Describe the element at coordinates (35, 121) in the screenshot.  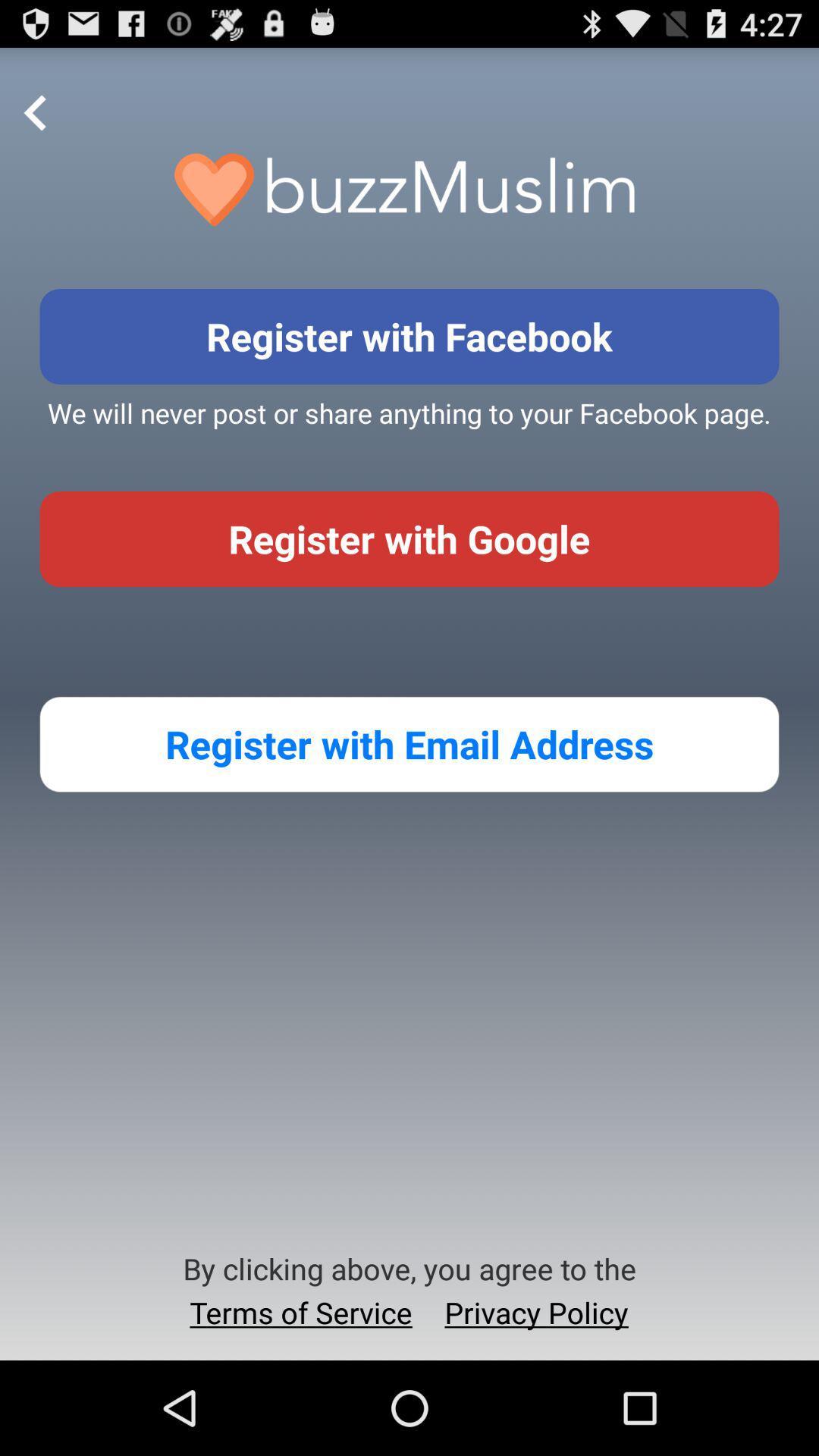
I see `the arrow_backward icon` at that location.